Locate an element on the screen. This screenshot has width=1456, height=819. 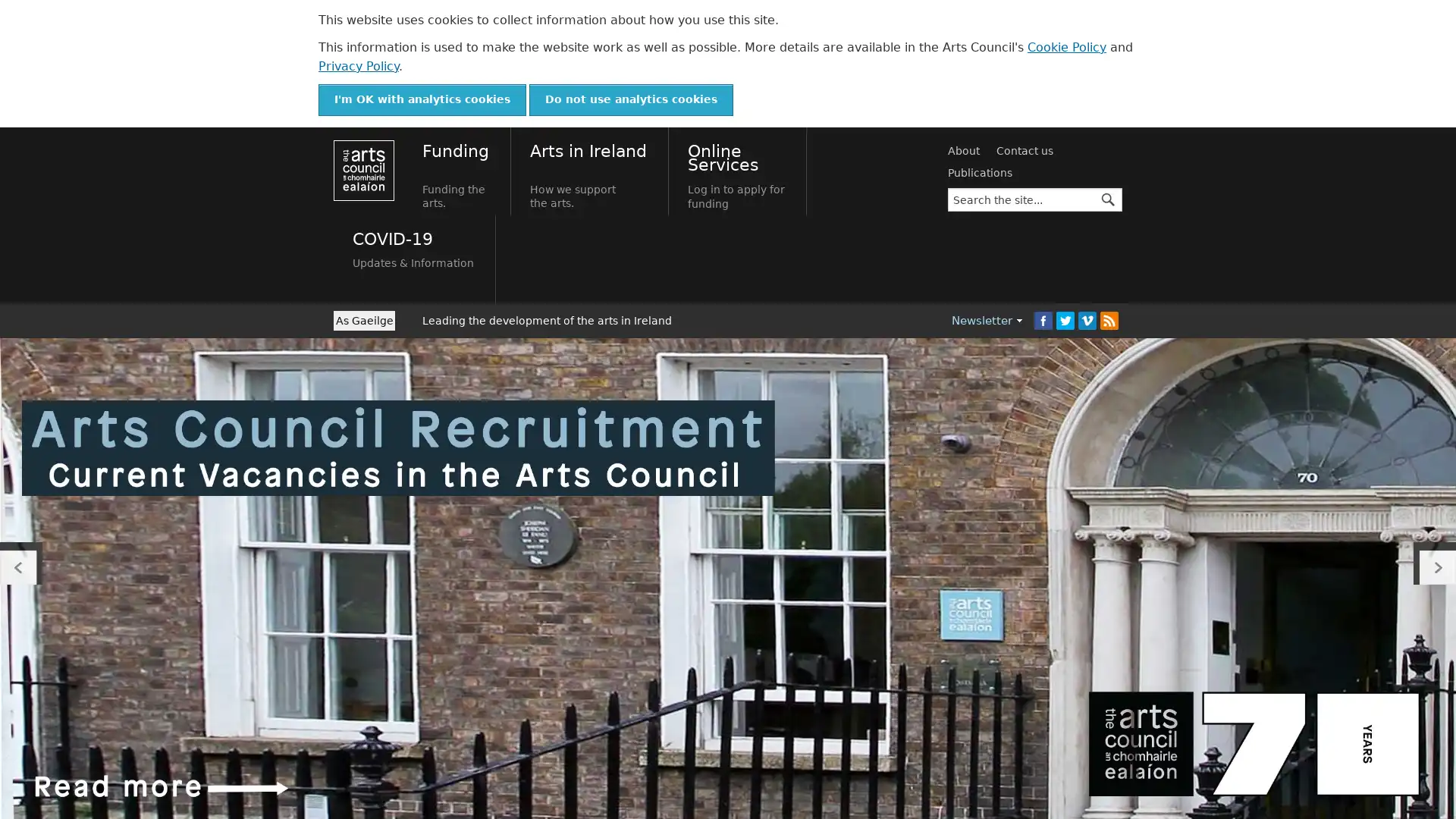
I'm OK with analytics cookies is located at coordinates (422, 99).